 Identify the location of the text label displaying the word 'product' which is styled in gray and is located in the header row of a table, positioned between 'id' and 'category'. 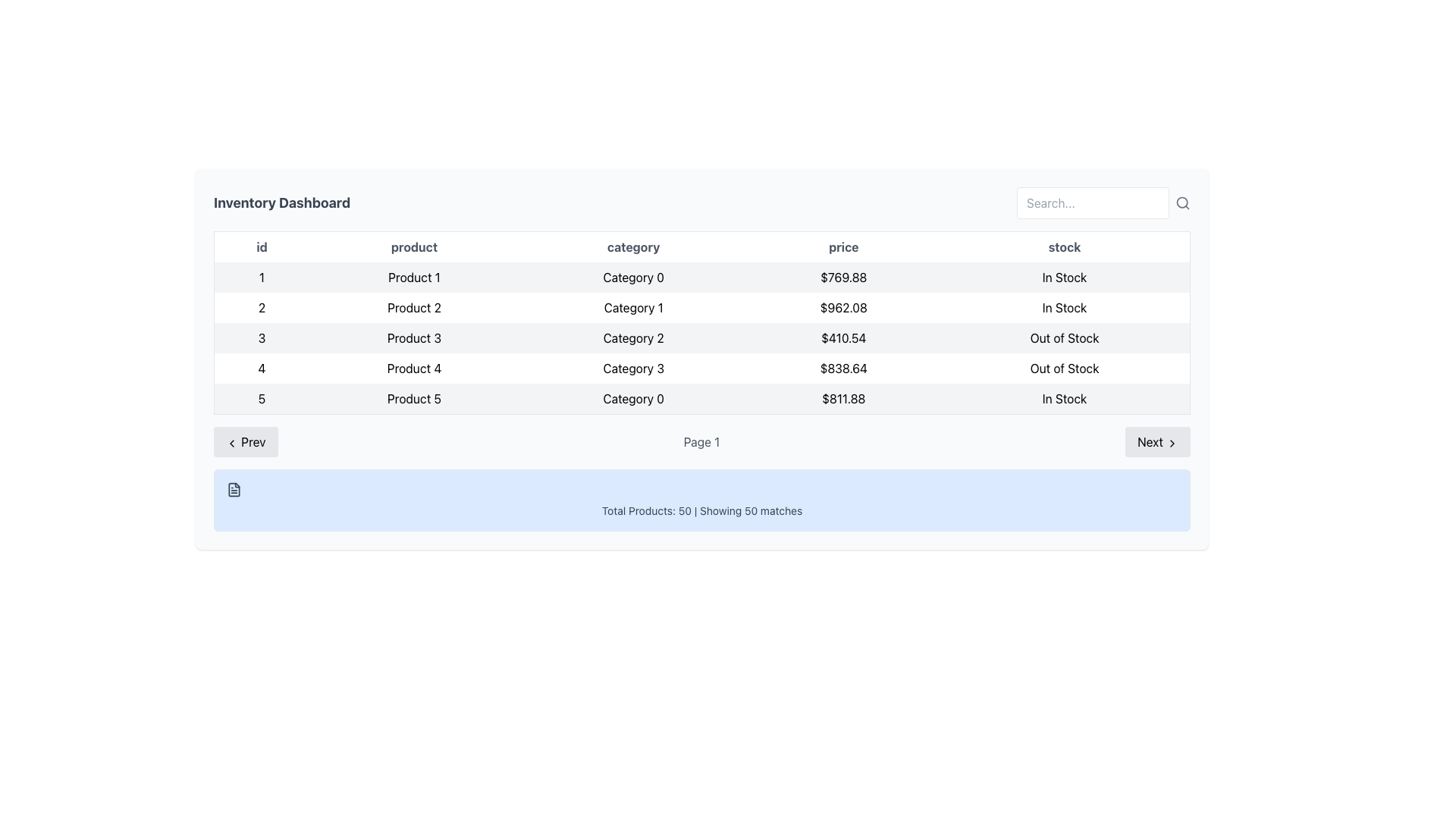
(414, 246).